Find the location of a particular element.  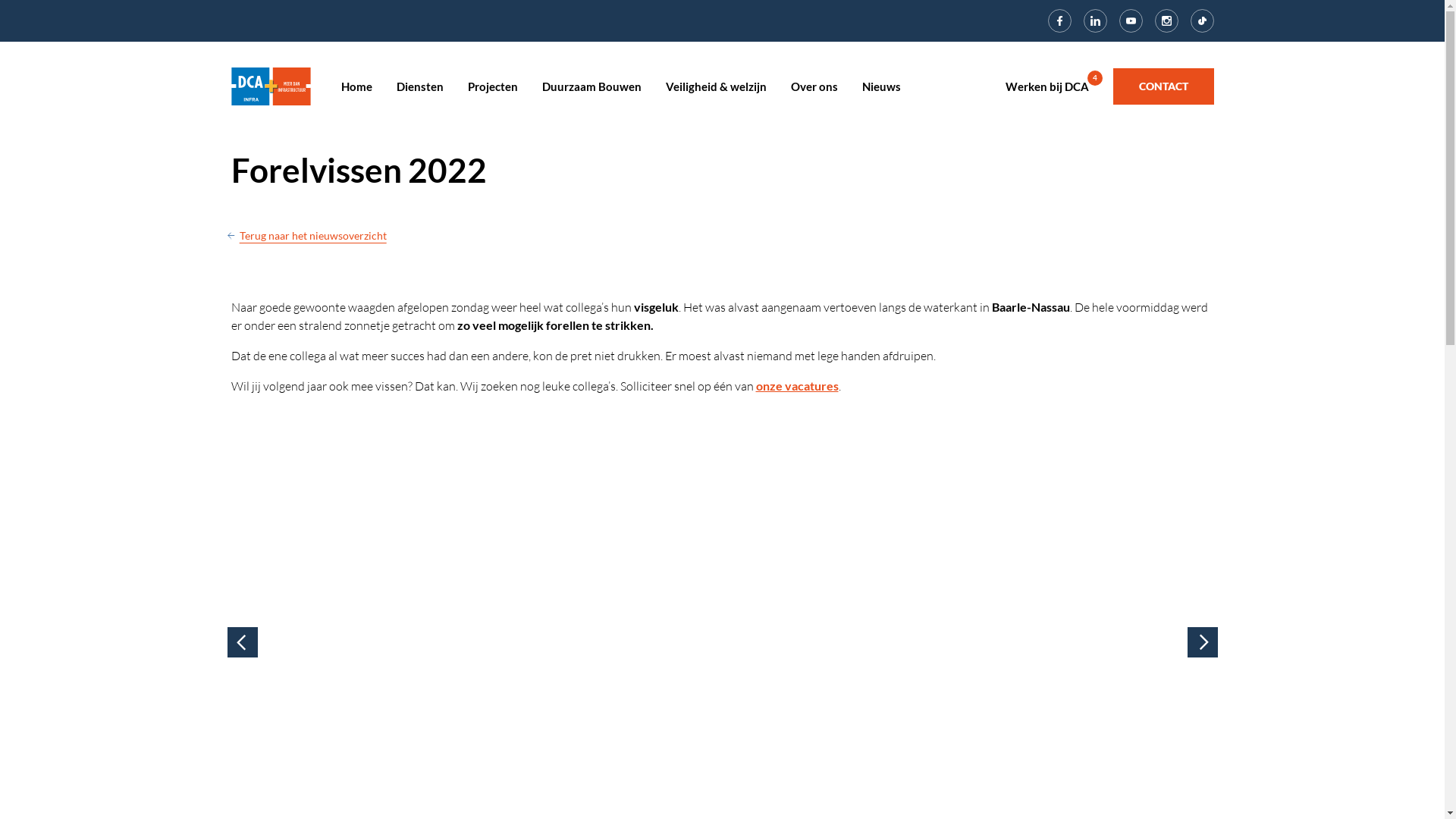

'Nieuws' is located at coordinates (880, 86).